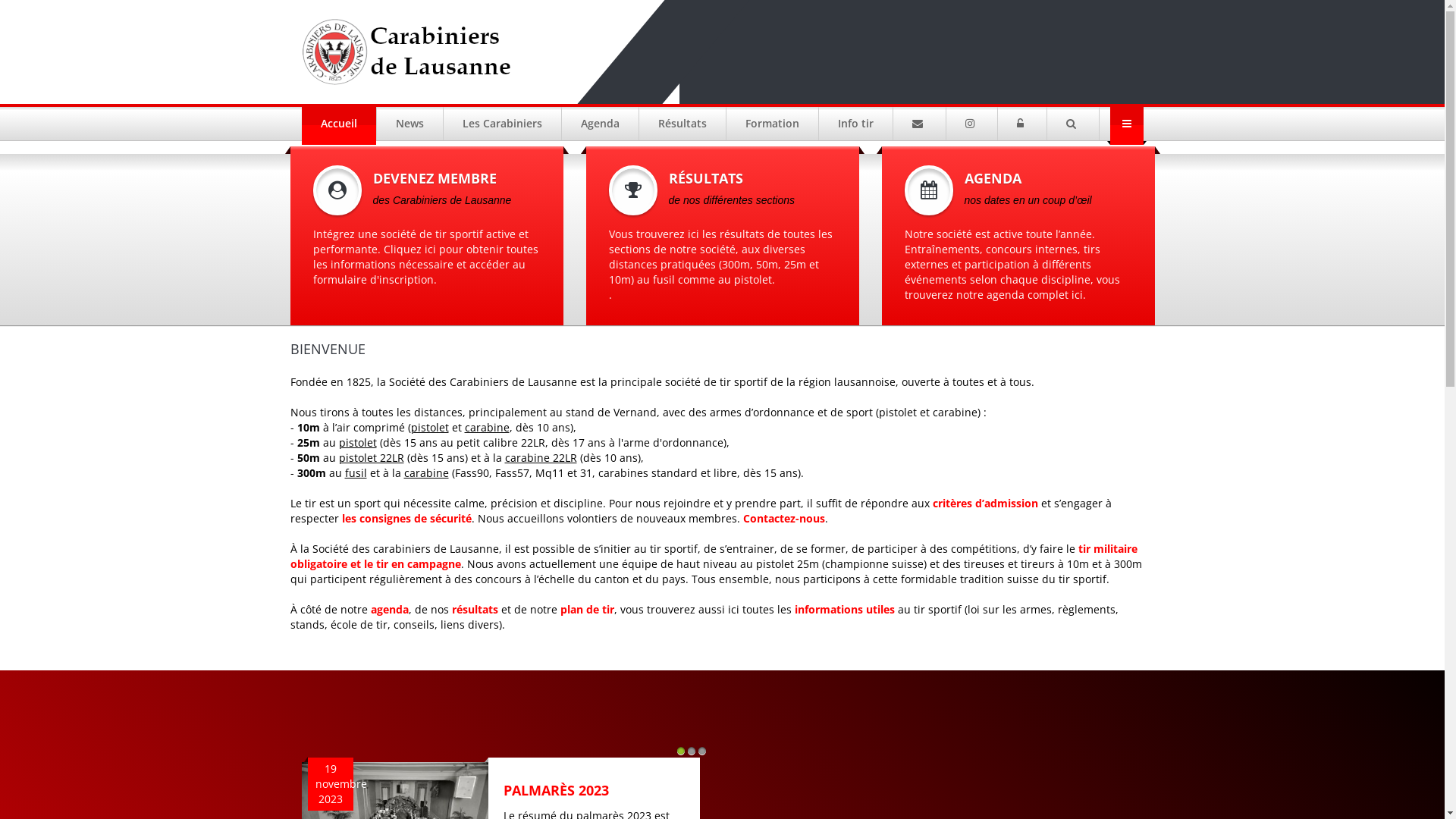  Describe the element at coordinates (338, 122) in the screenshot. I see `'Accueil'` at that location.